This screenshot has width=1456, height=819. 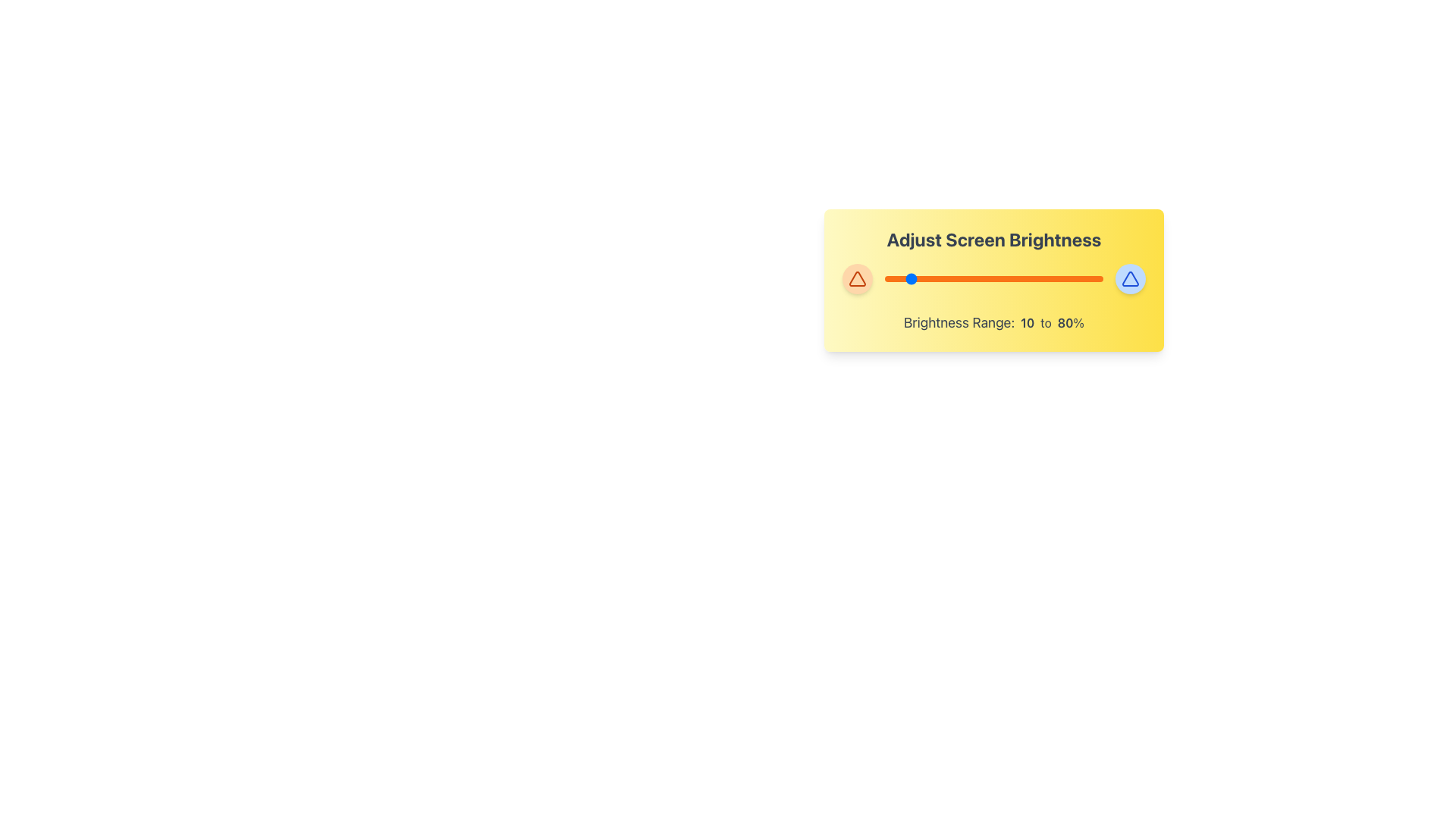 What do you see at coordinates (906, 278) in the screenshot?
I see `the brightness level` at bounding box center [906, 278].